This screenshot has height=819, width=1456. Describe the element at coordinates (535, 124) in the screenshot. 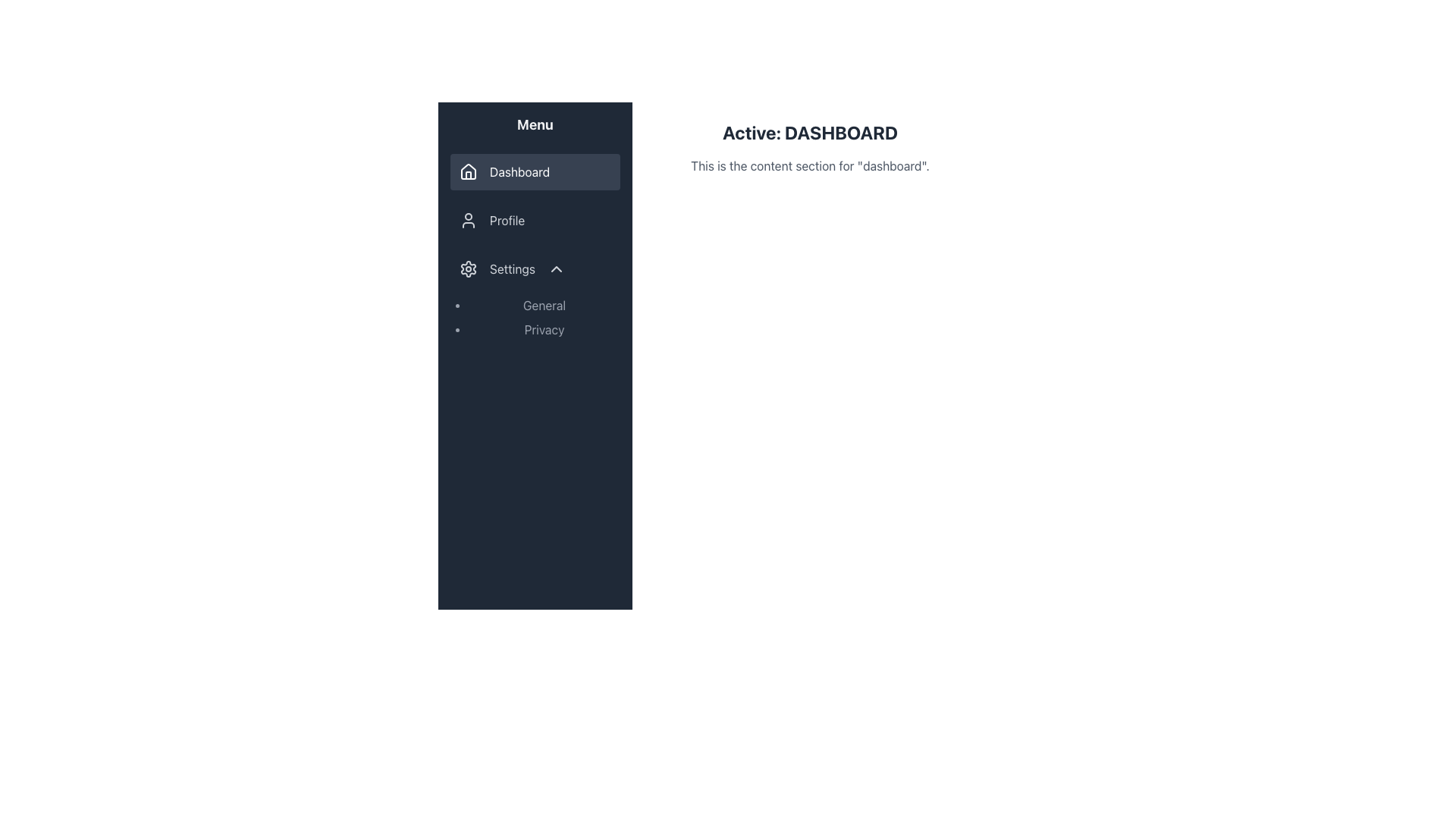

I see `displayed text of the bold 'Menu' label located at the top of the sidebar UI component, which has a large font size and stands out against a dark gray background` at that location.